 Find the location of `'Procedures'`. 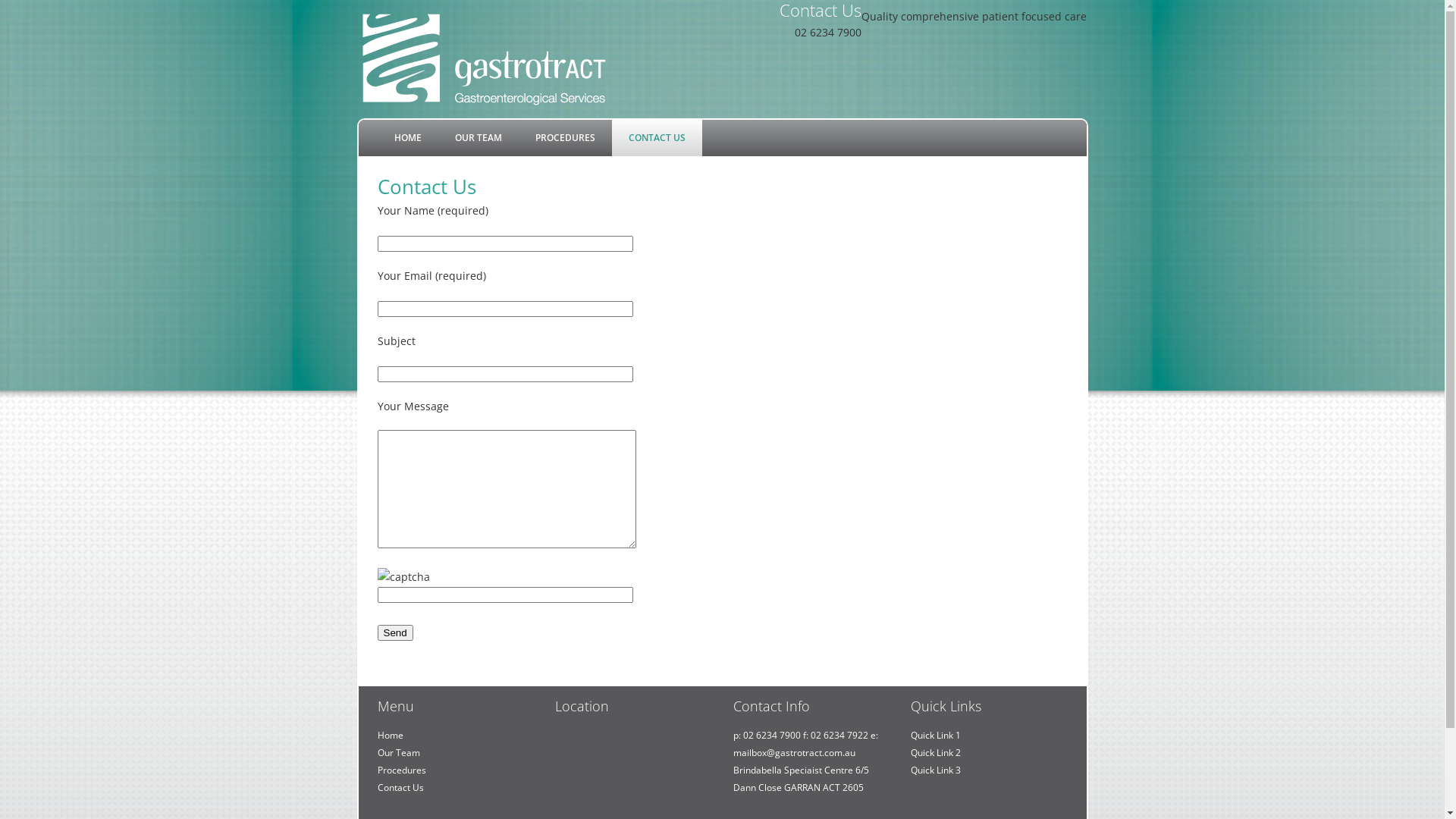

'Procedures' is located at coordinates (401, 770).